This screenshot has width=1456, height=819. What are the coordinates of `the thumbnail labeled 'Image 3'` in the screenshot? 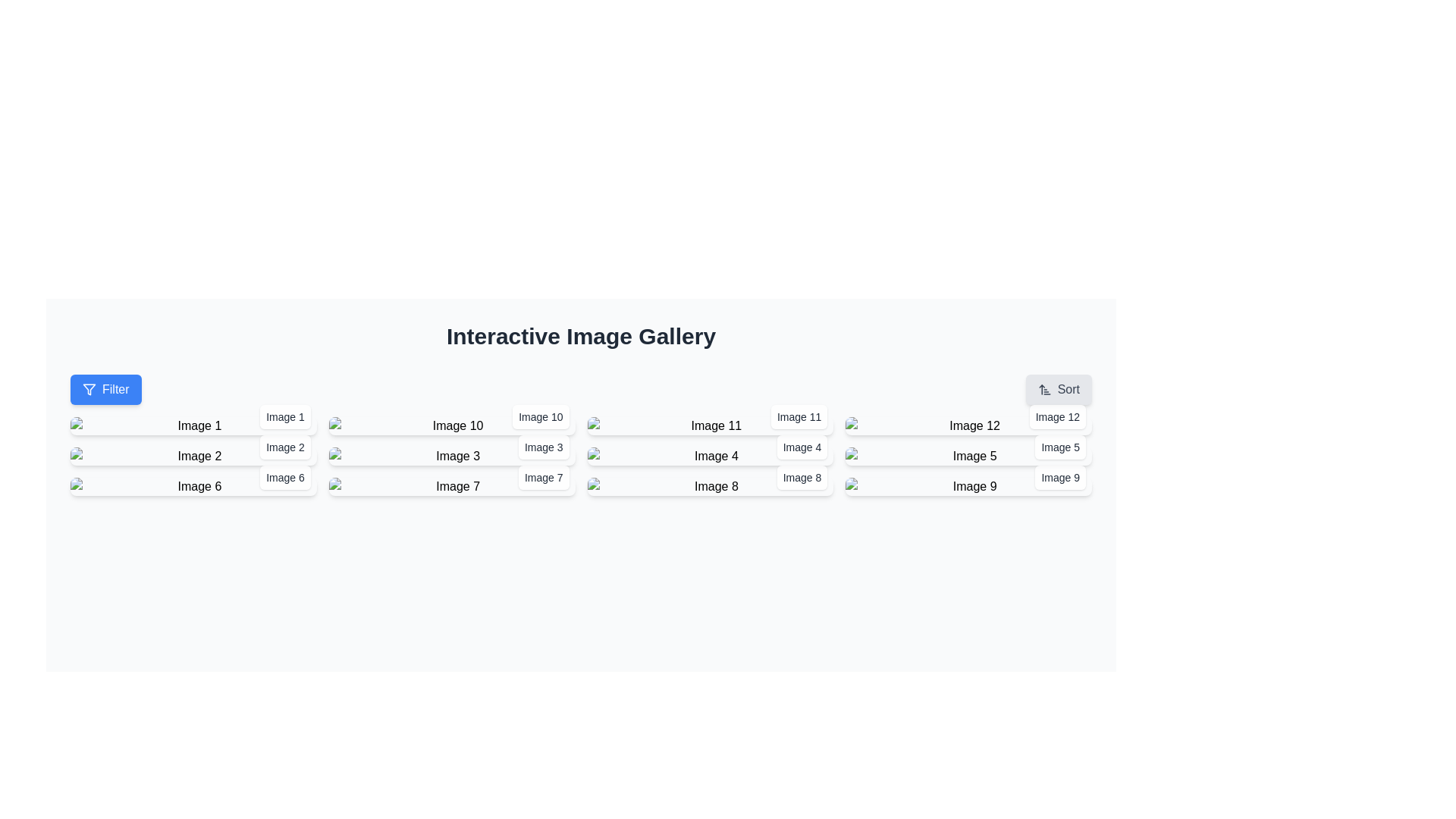 It's located at (451, 455).